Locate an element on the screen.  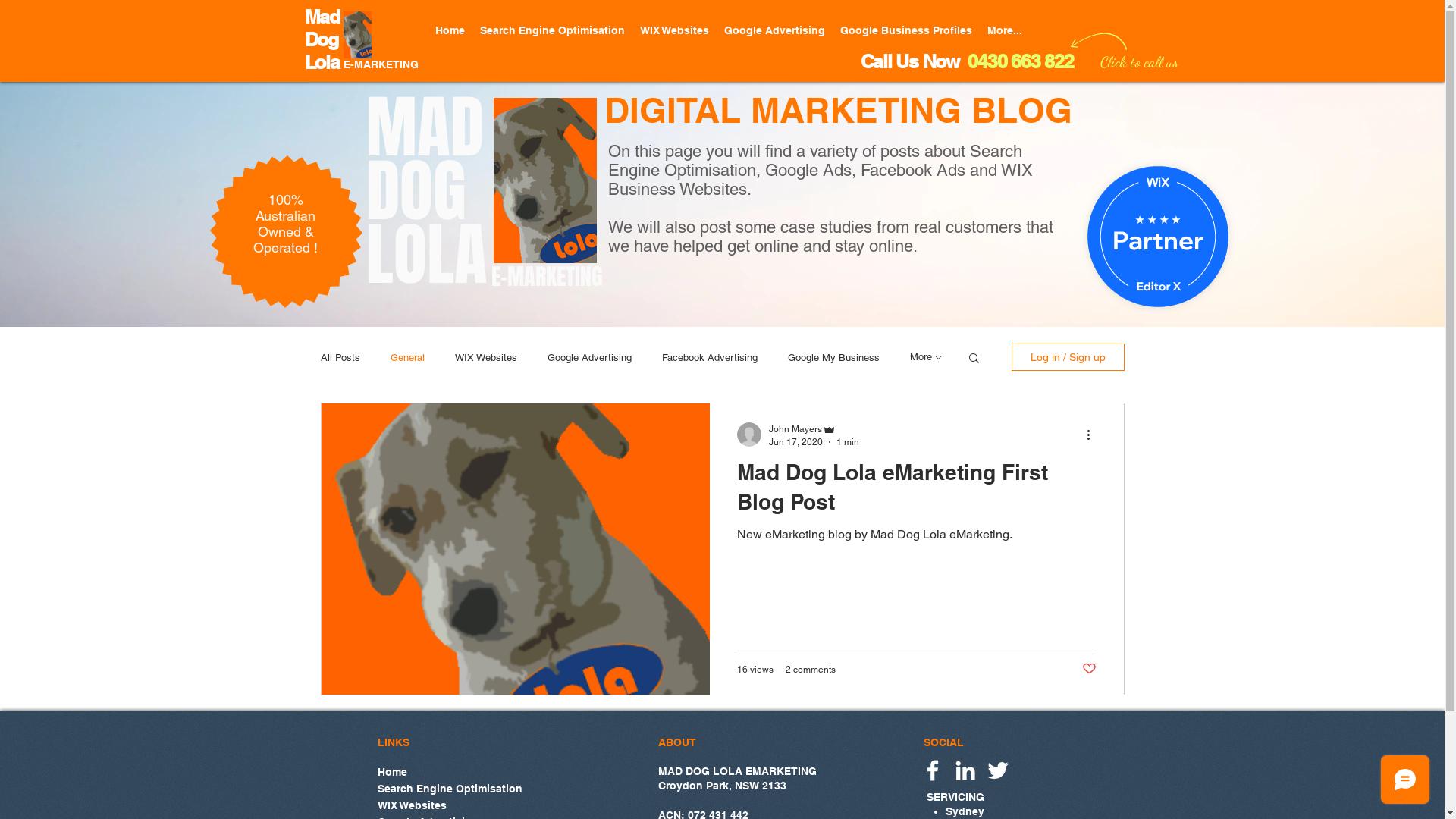
'2 comments' is located at coordinates (810, 669).